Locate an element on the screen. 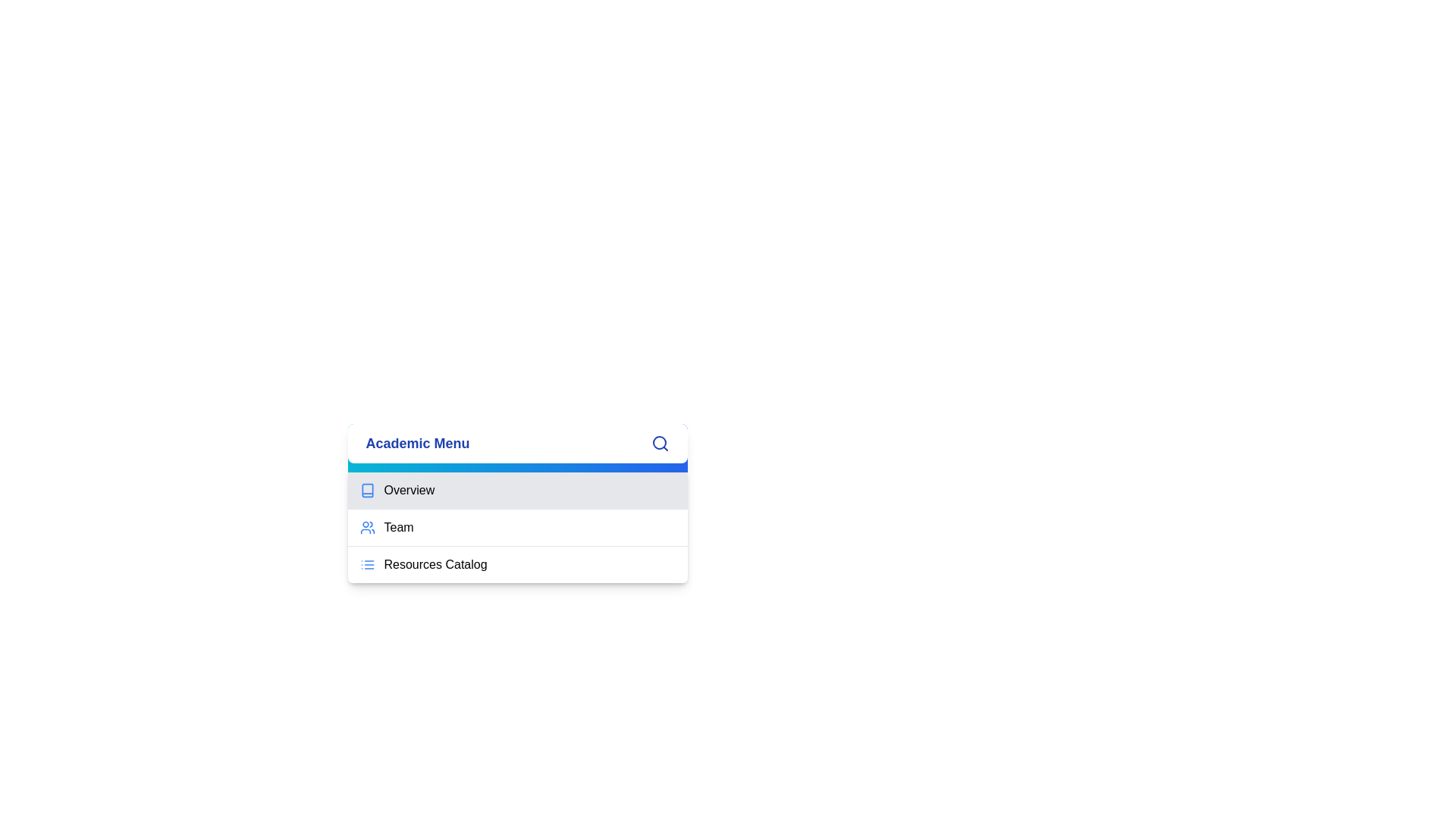 The image size is (1456, 819). the small, circular magnifying glass icon with a blue stroke, located adjacent to the top-right corner of the 'Academic Menu' header to initiate search is located at coordinates (660, 444).